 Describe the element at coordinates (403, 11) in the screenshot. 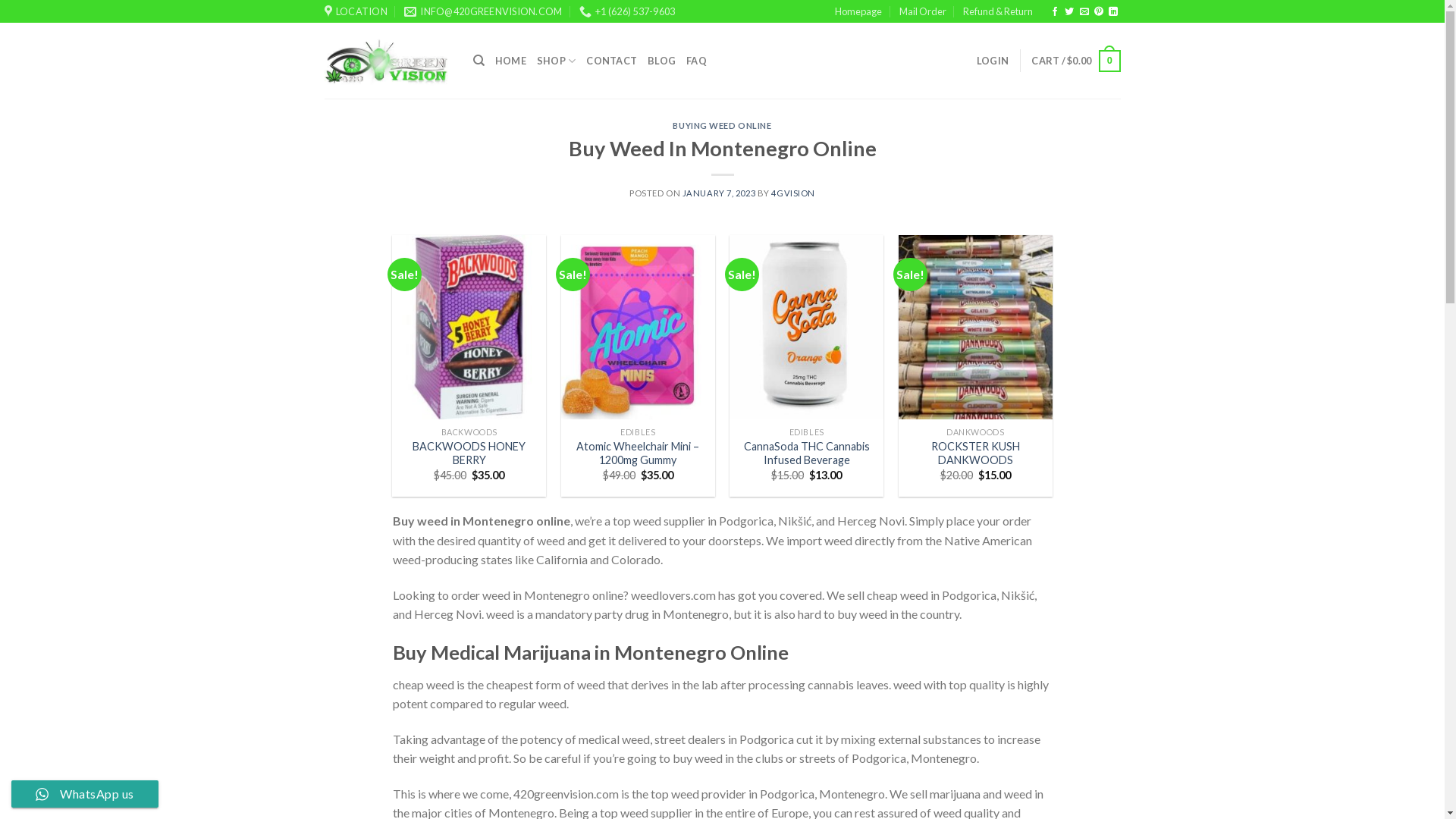

I see `'INFO@420GREENVISION.COM'` at that location.